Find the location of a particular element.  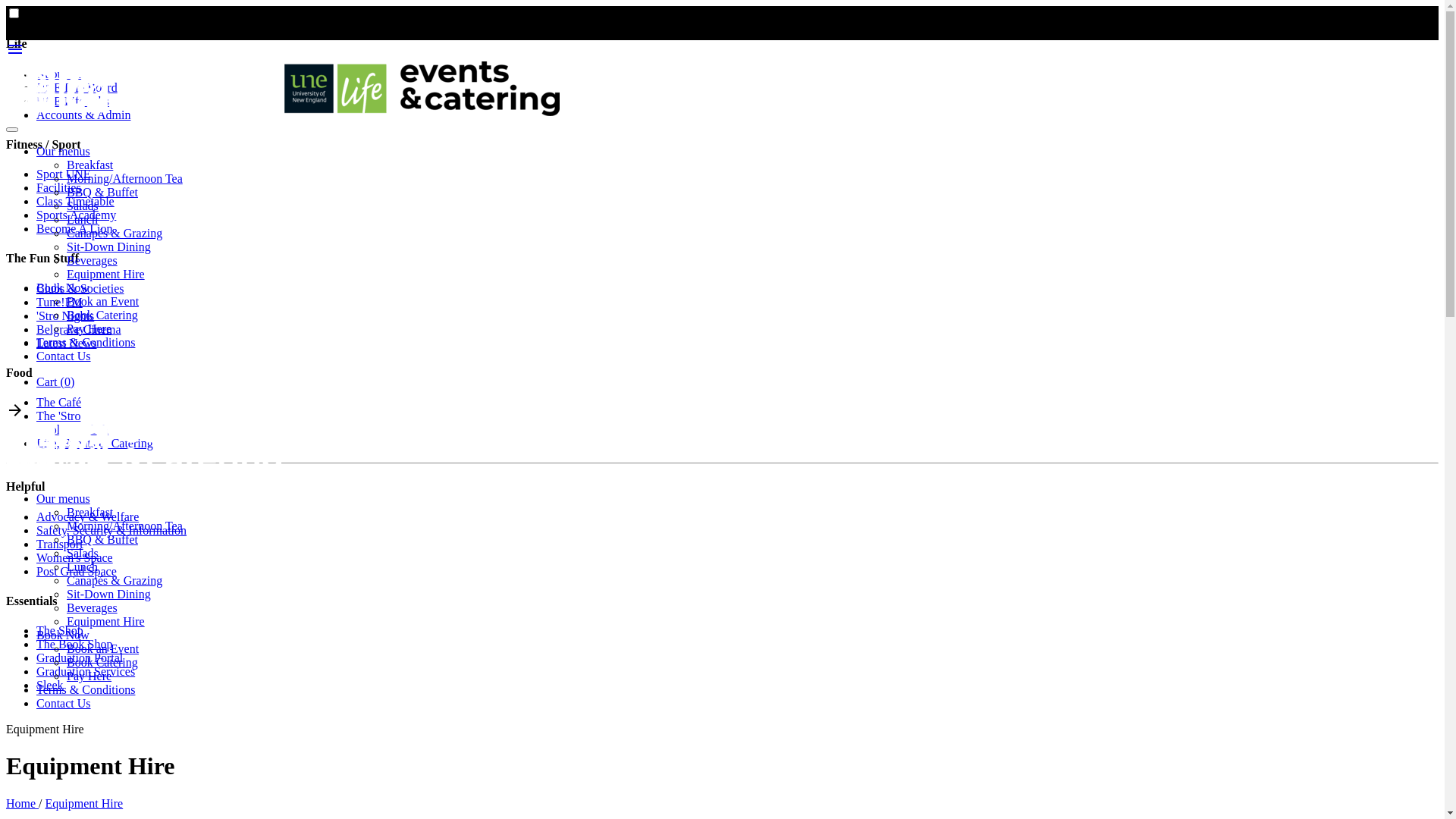

'Book Catering' is located at coordinates (65, 661).